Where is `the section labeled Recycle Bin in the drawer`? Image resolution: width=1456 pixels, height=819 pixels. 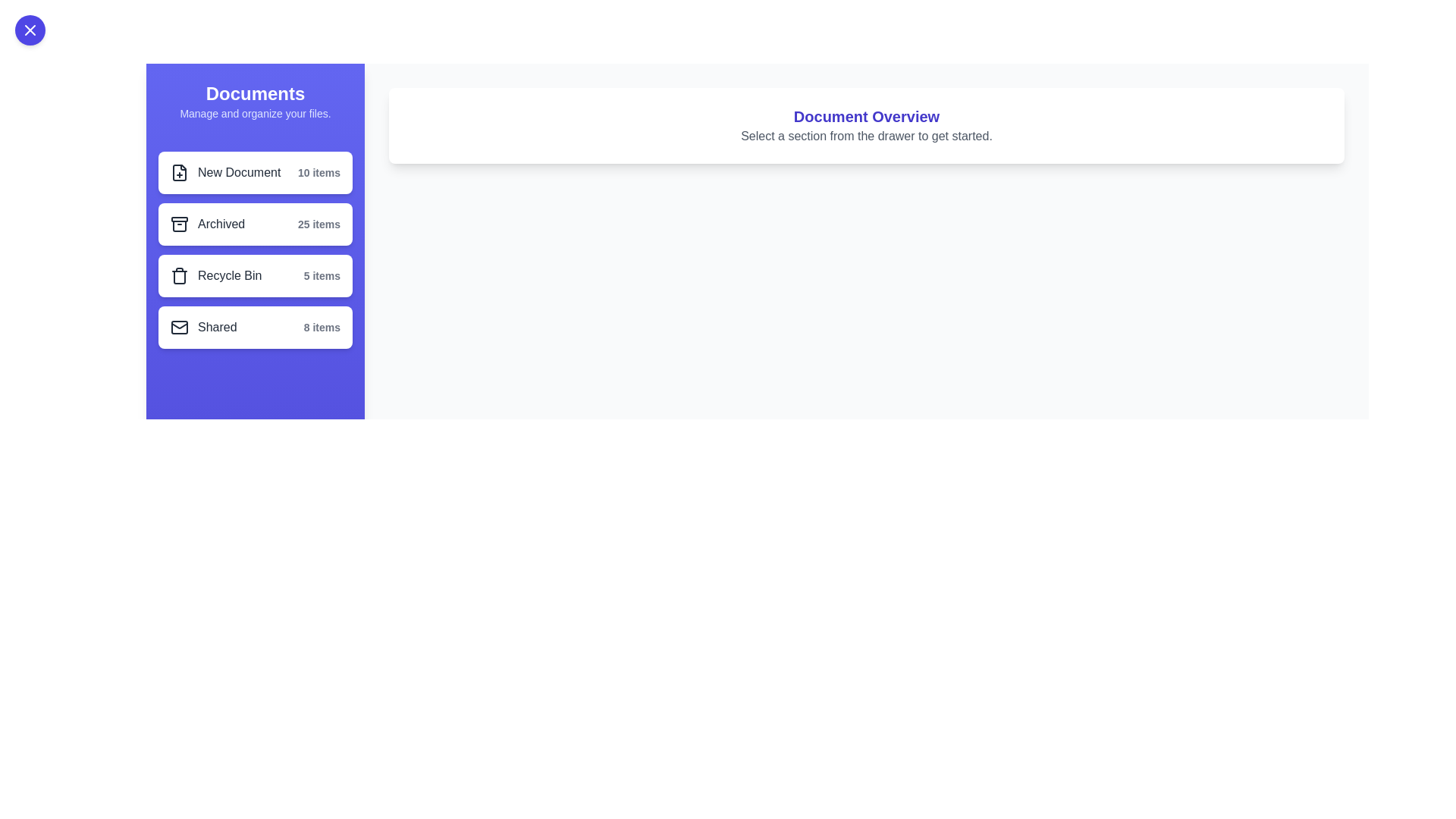 the section labeled Recycle Bin in the drawer is located at coordinates (255, 275).